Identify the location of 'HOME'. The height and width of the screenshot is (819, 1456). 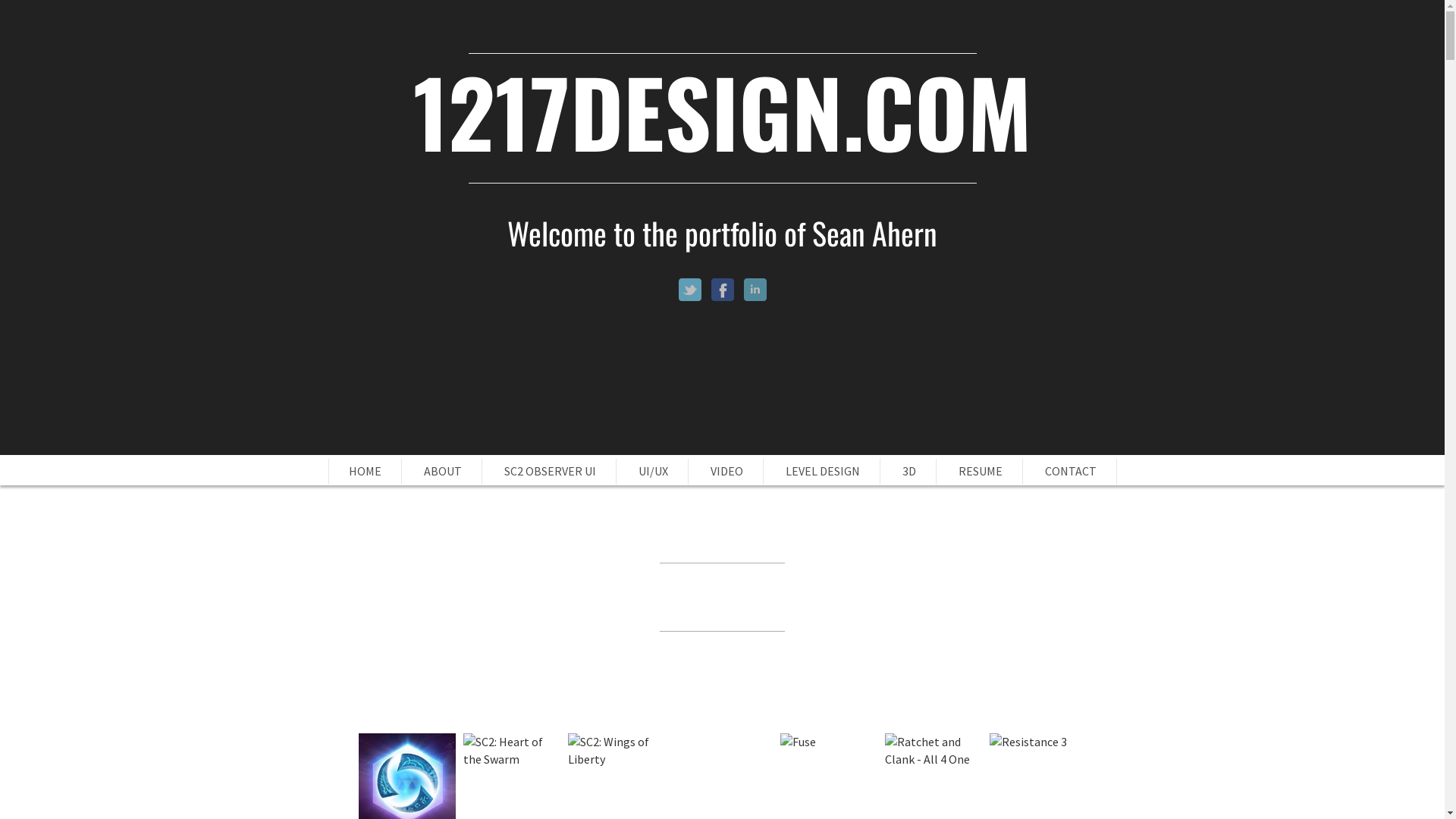
(365, 470).